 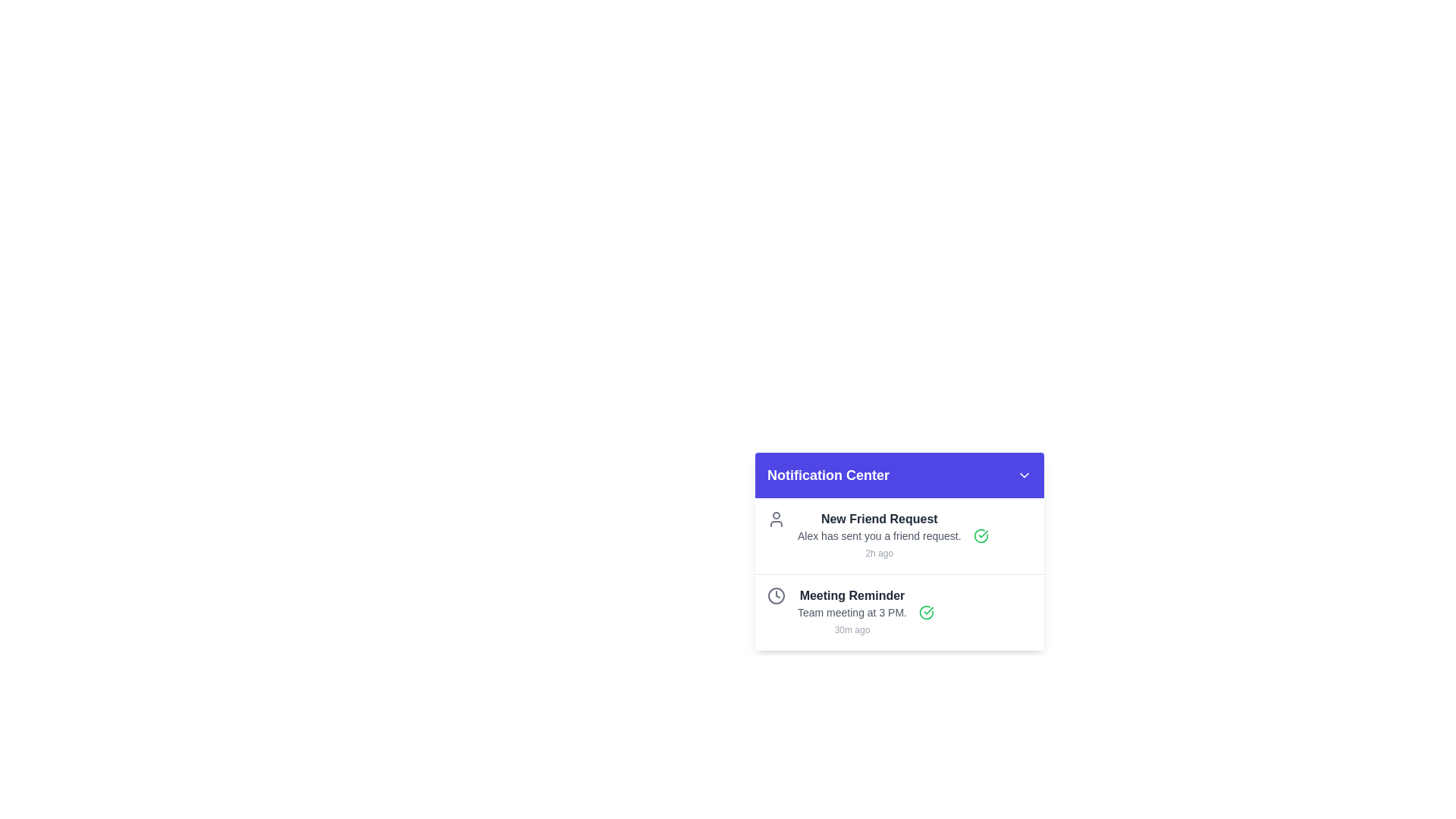 I want to click on the second notification entry titled 'Meeting Reminder' in the notification center, so click(x=899, y=611).